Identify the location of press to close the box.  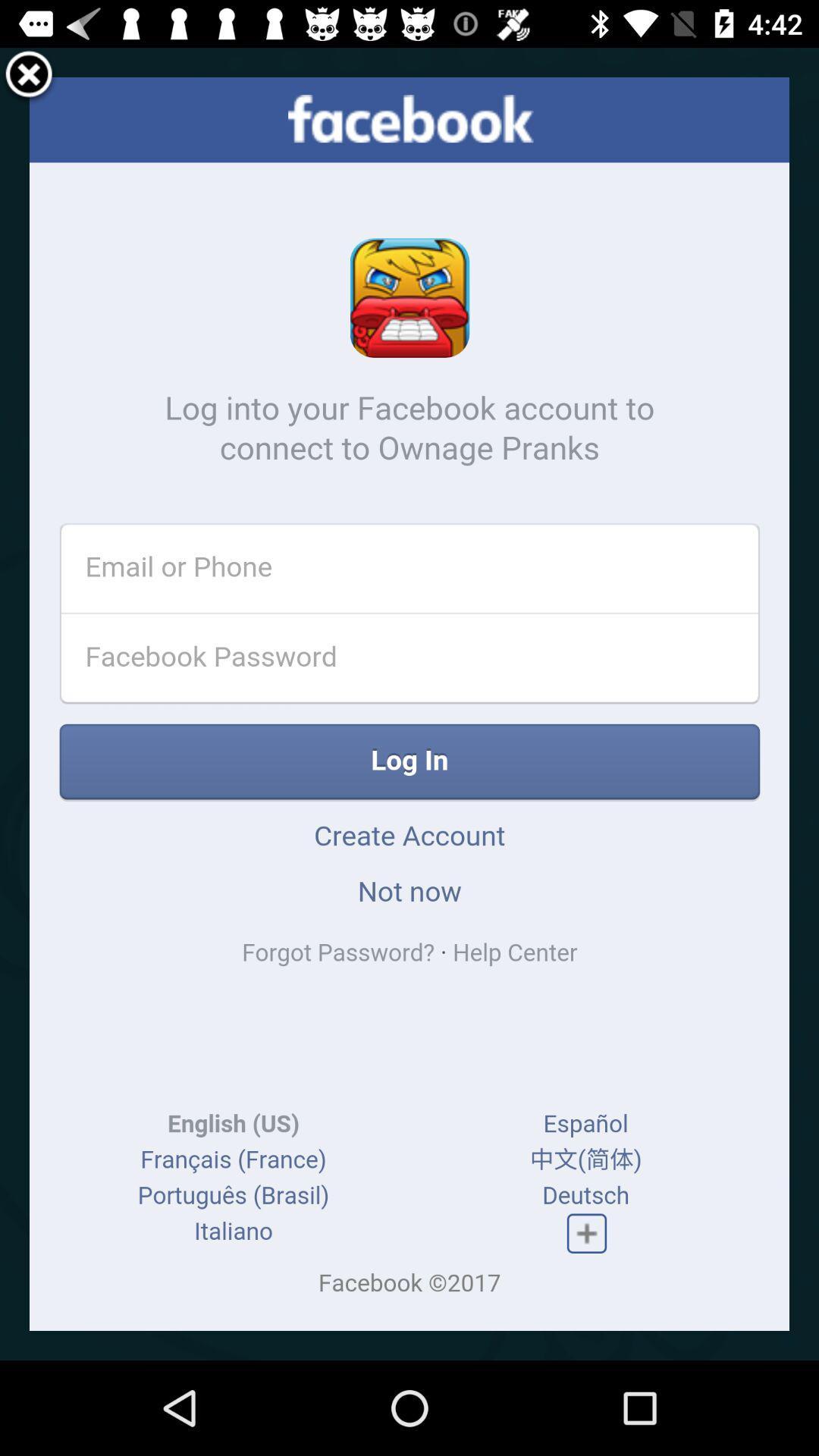
(29, 76).